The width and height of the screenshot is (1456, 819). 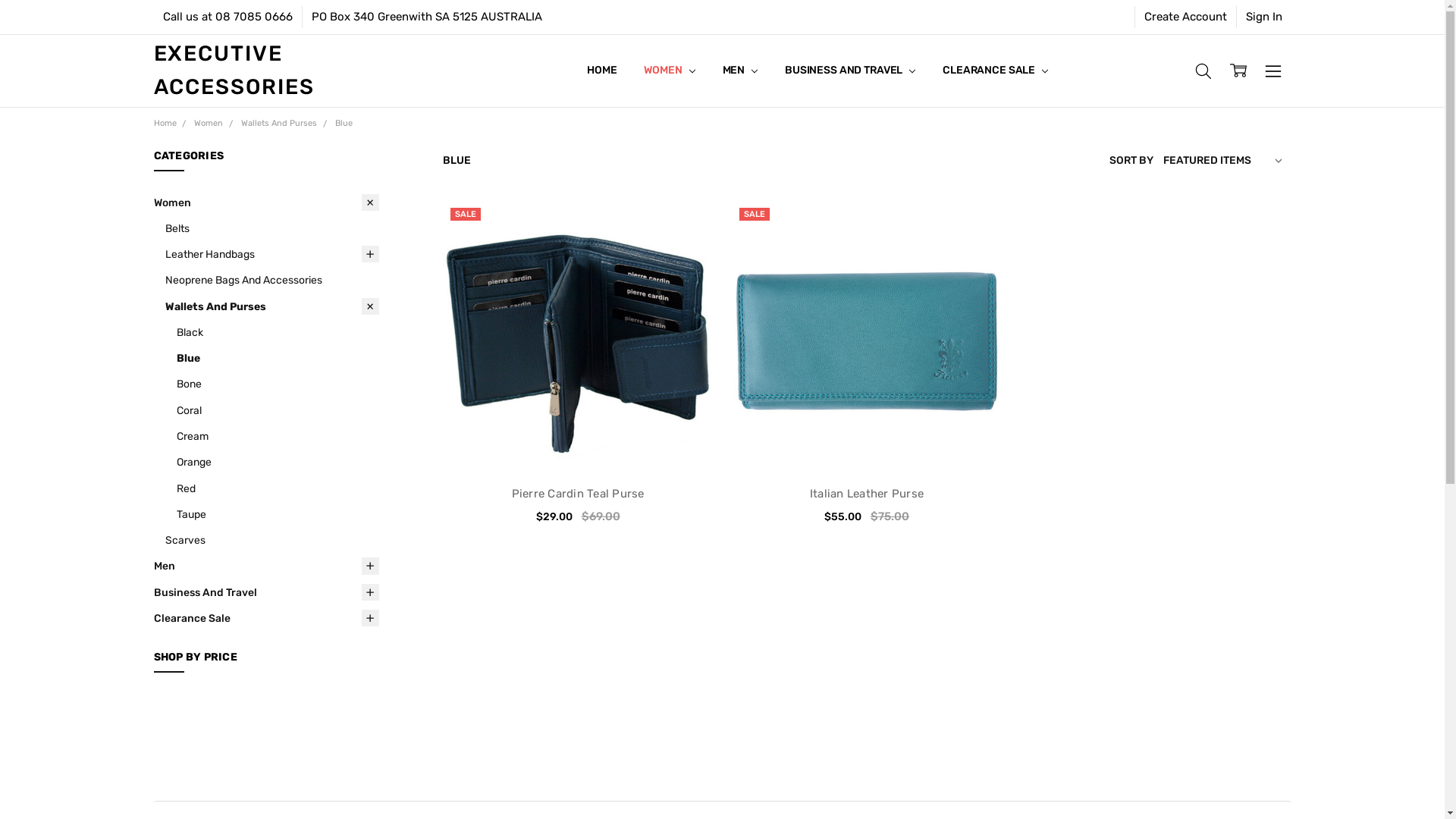 What do you see at coordinates (277, 357) in the screenshot?
I see `'Blue'` at bounding box center [277, 357].